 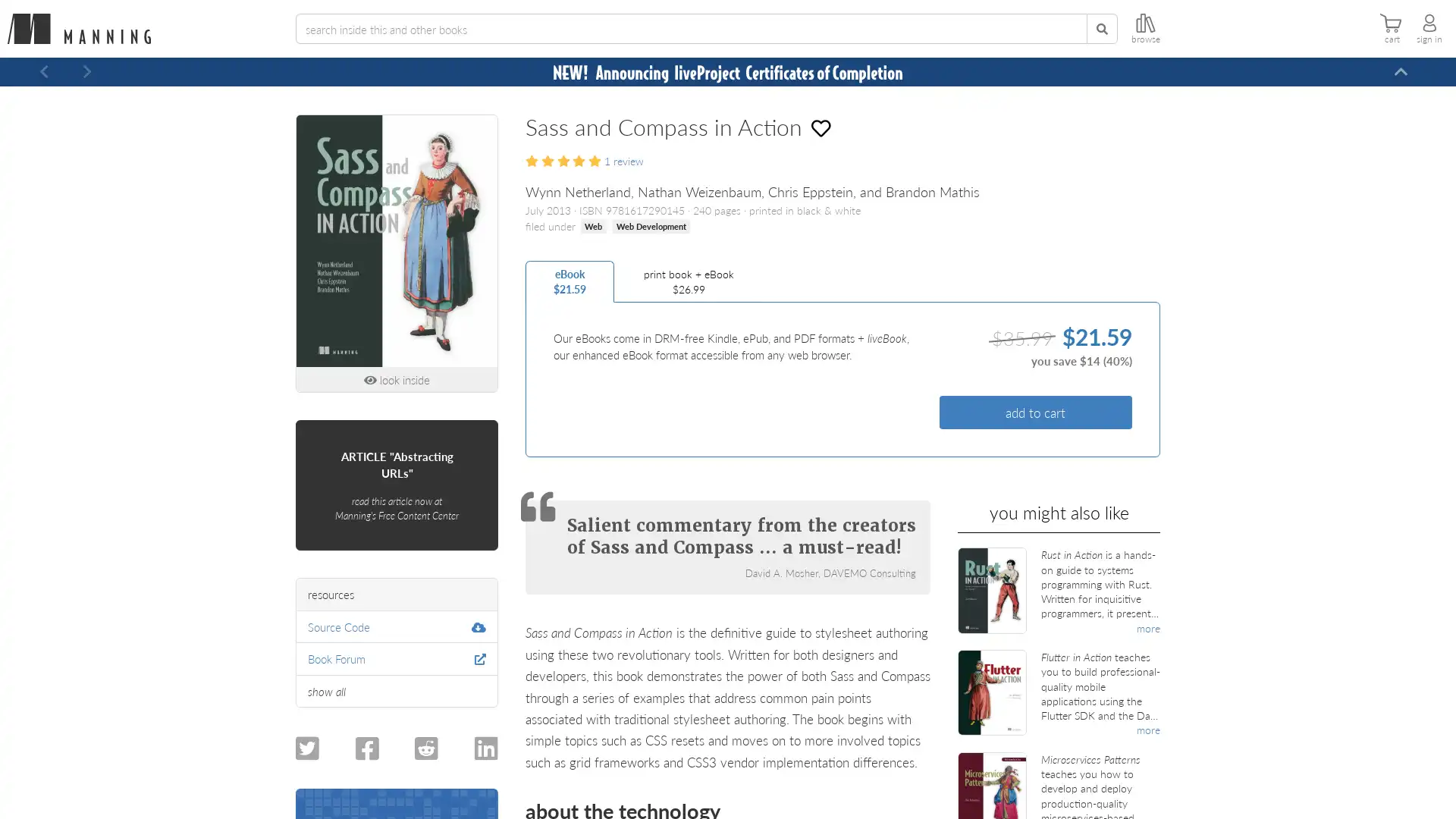 What do you see at coordinates (1034, 412) in the screenshot?
I see `add to cart` at bounding box center [1034, 412].